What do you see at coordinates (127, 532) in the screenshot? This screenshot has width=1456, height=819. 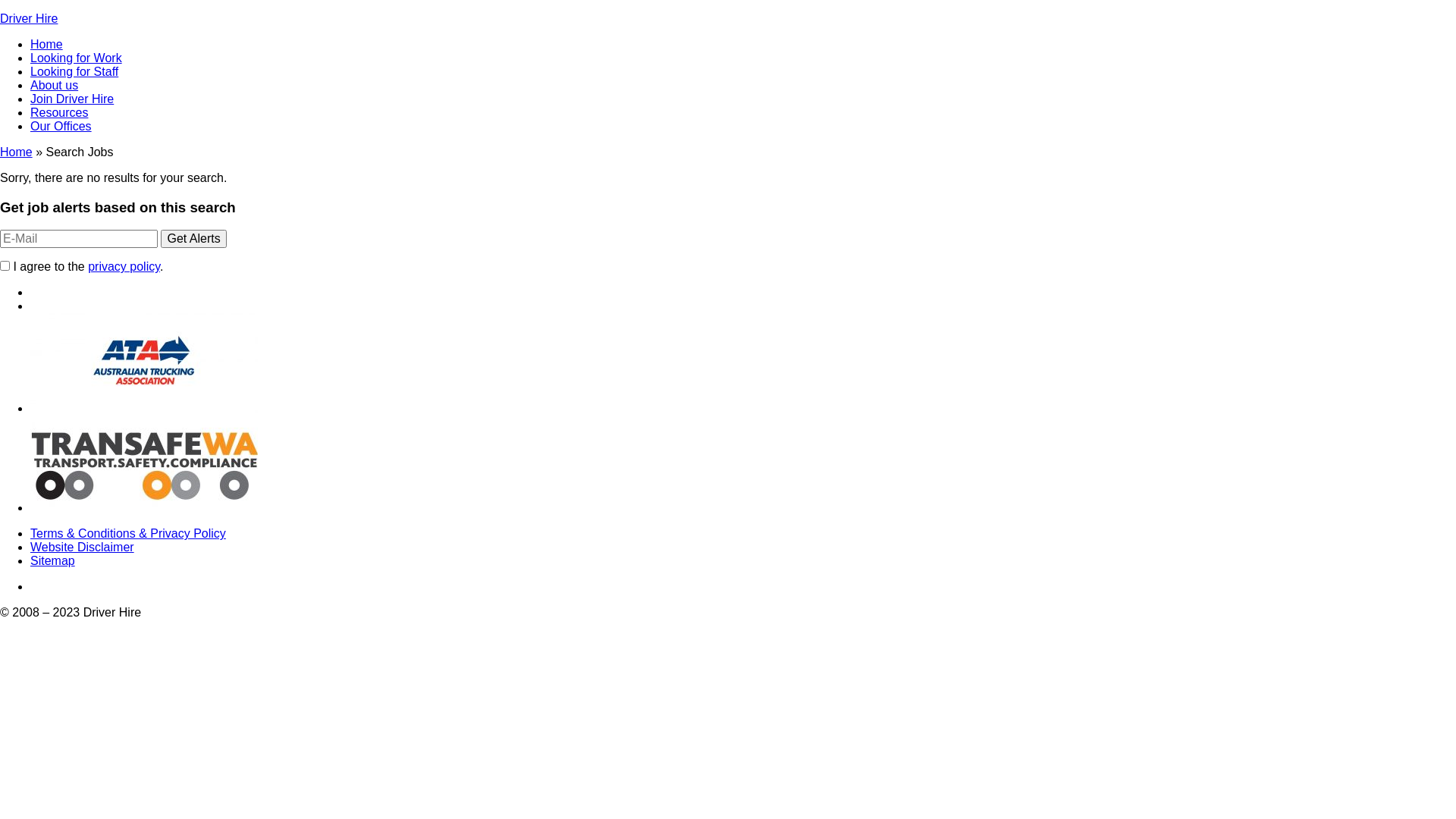 I see `'Terms & Conditions & Privacy Policy'` at bounding box center [127, 532].